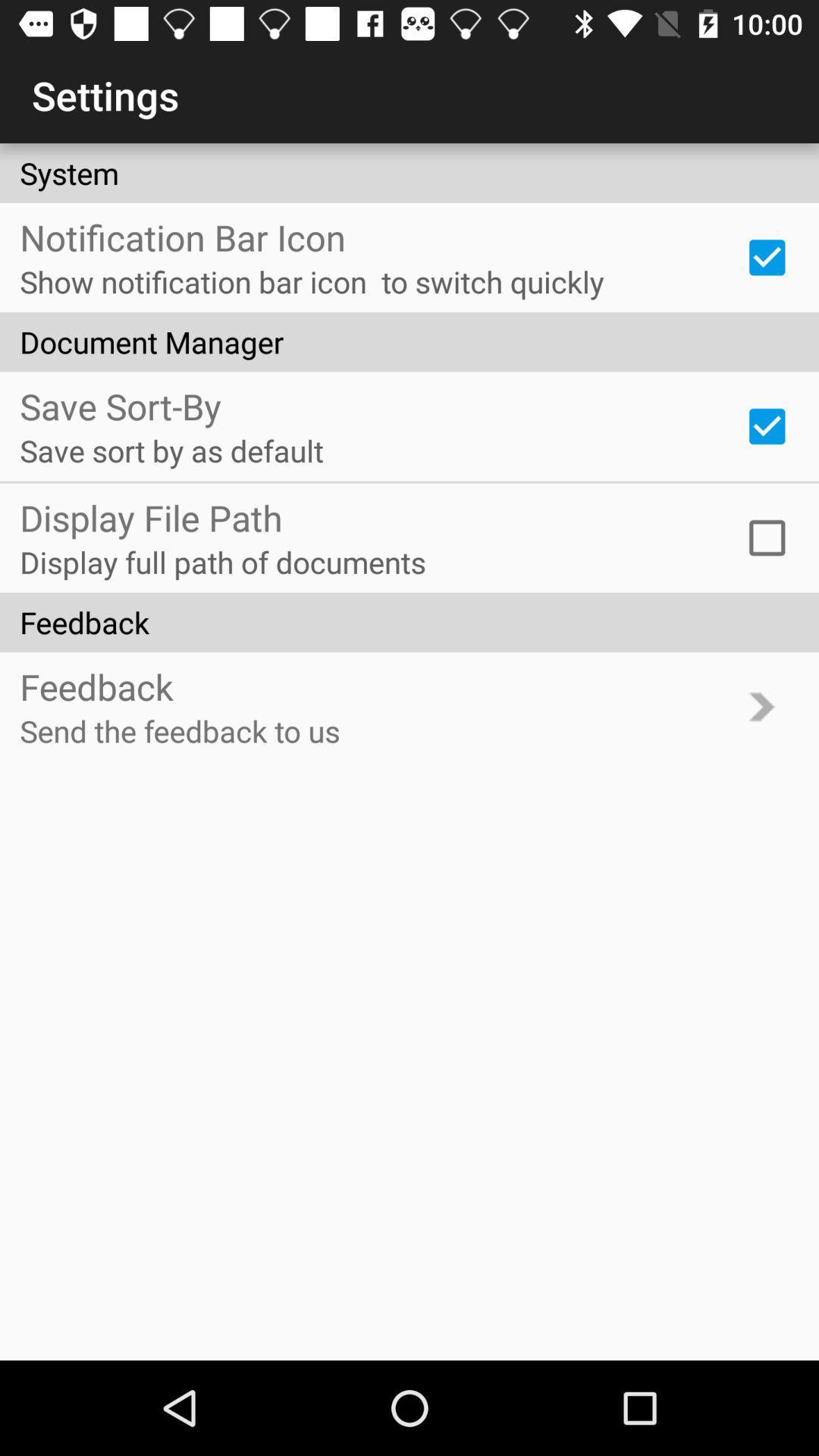 Image resolution: width=819 pixels, height=1456 pixels. Describe the element at coordinates (767, 425) in the screenshot. I see `item to the right of save sort by icon` at that location.